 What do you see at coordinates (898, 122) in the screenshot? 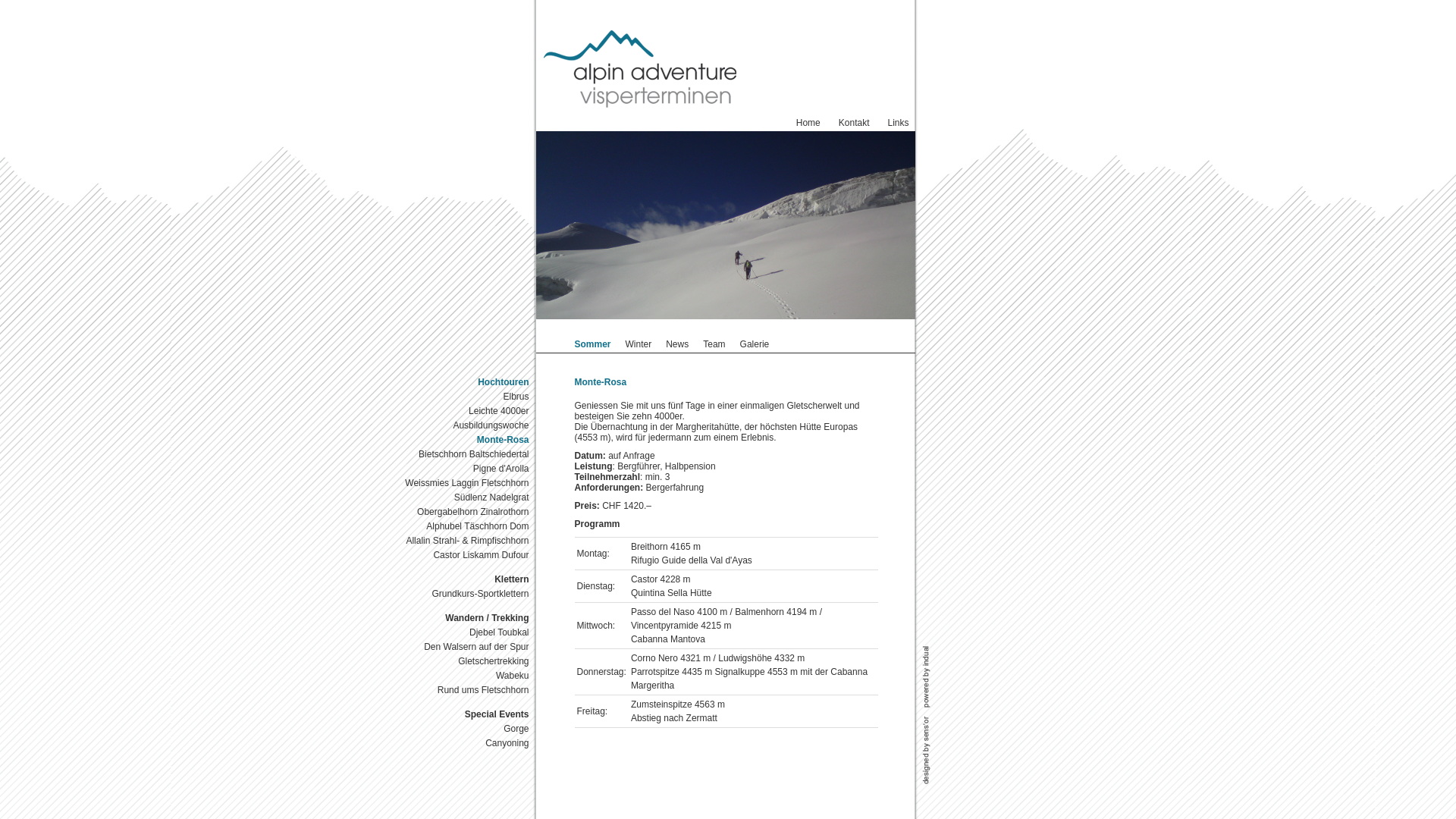
I see `'Links'` at bounding box center [898, 122].